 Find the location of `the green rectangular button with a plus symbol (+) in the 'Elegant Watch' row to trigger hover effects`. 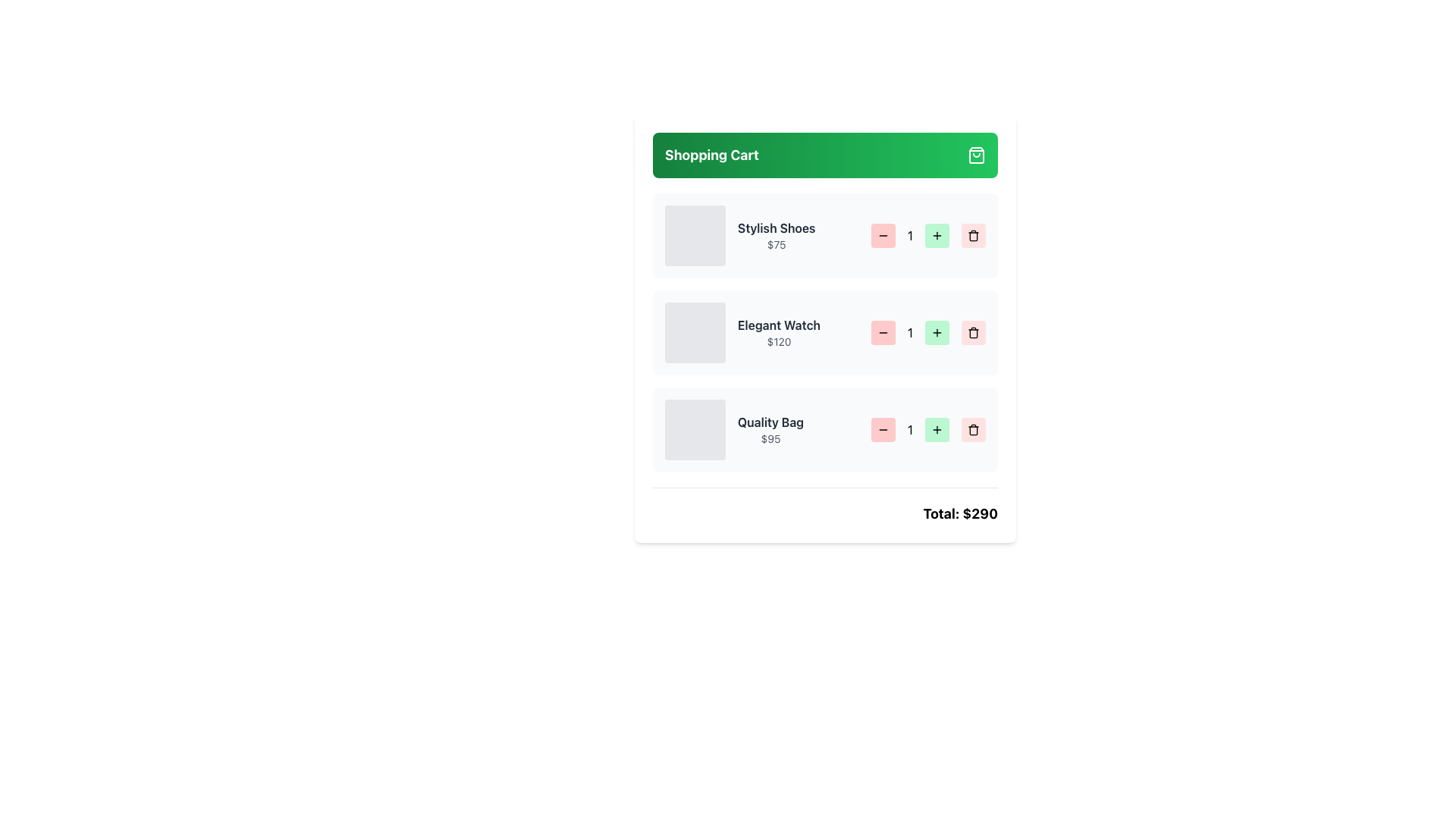

the green rectangular button with a plus symbol (+) in the 'Elegant Watch' row to trigger hover effects is located at coordinates (927, 332).